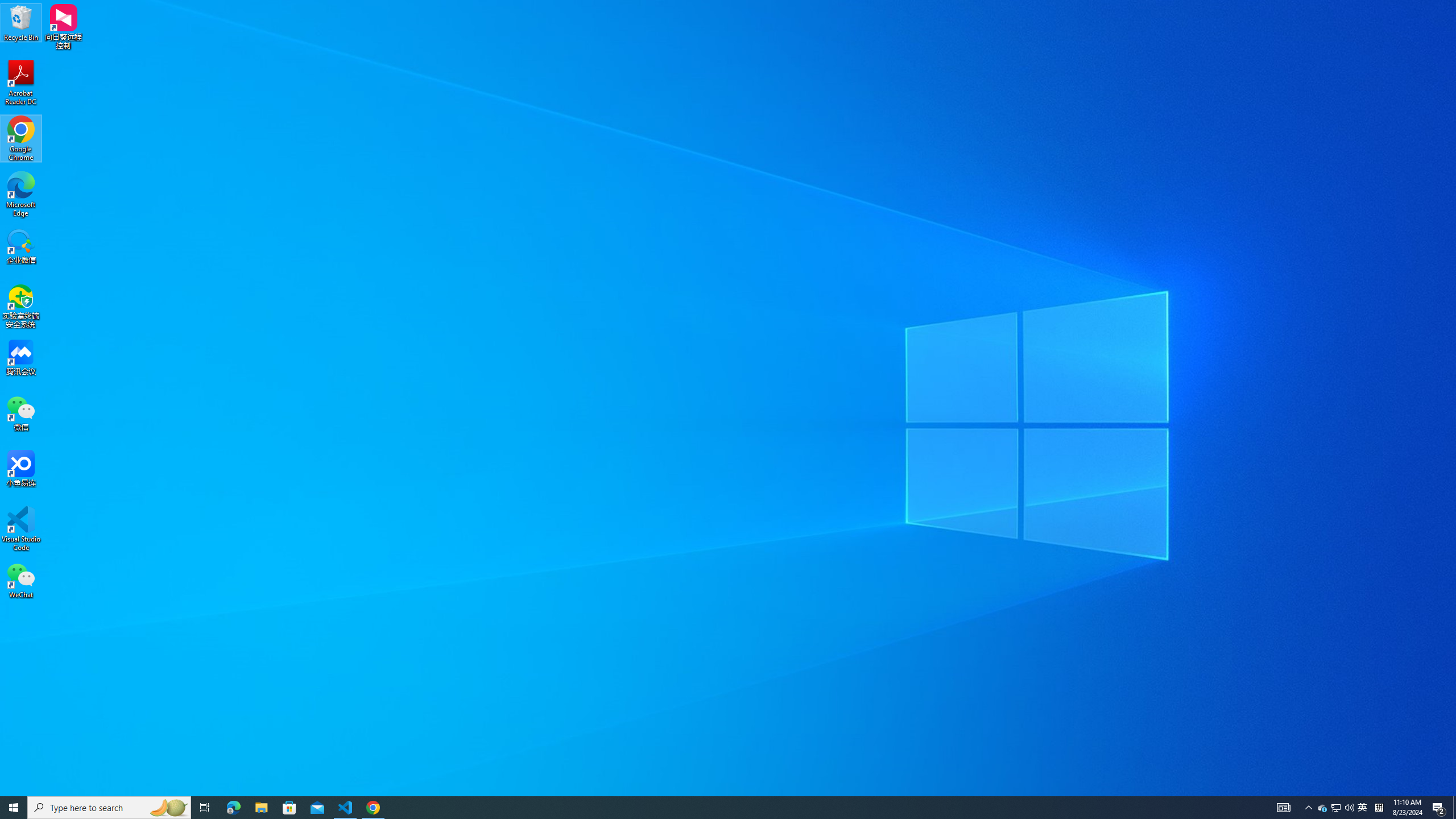  What do you see at coordinates (20, 139) in the screenshot?
I see `'Google Chrome'` at bounding box center [20, 139].